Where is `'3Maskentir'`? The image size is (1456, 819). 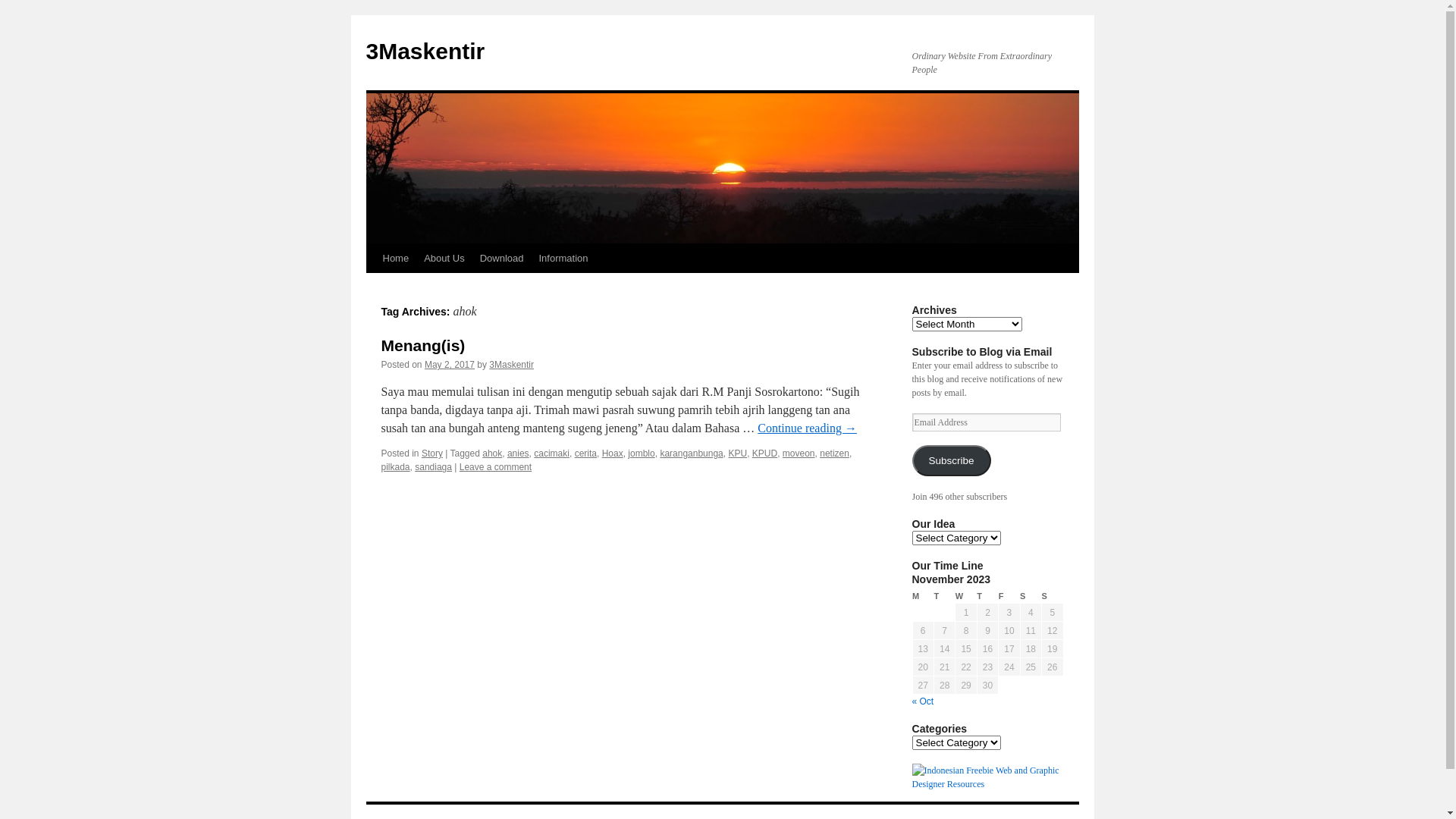 '3Maskentir' is located at coordinates (425, 50).